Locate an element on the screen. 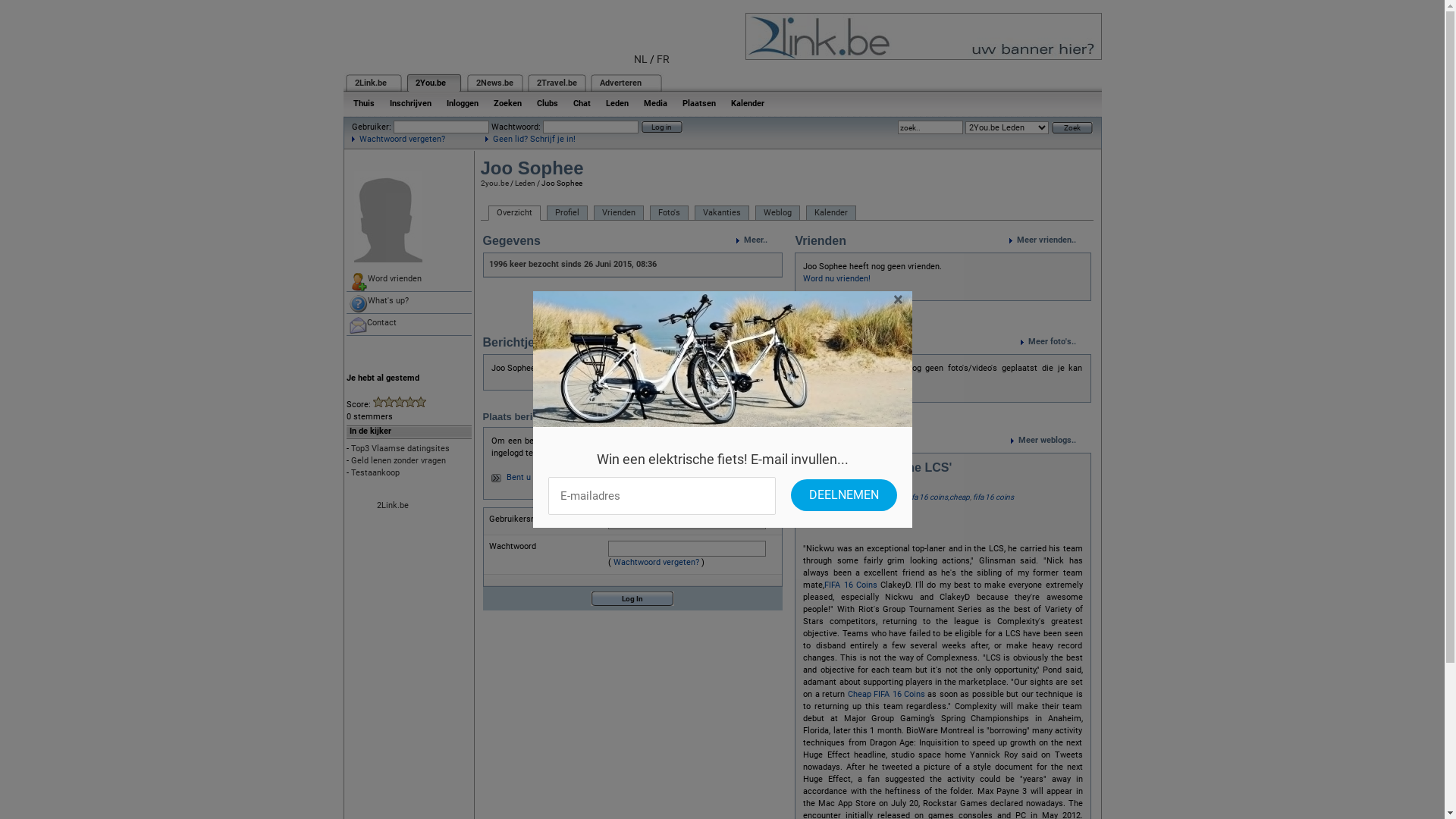  'NL' is located at coordinates (640, 58).